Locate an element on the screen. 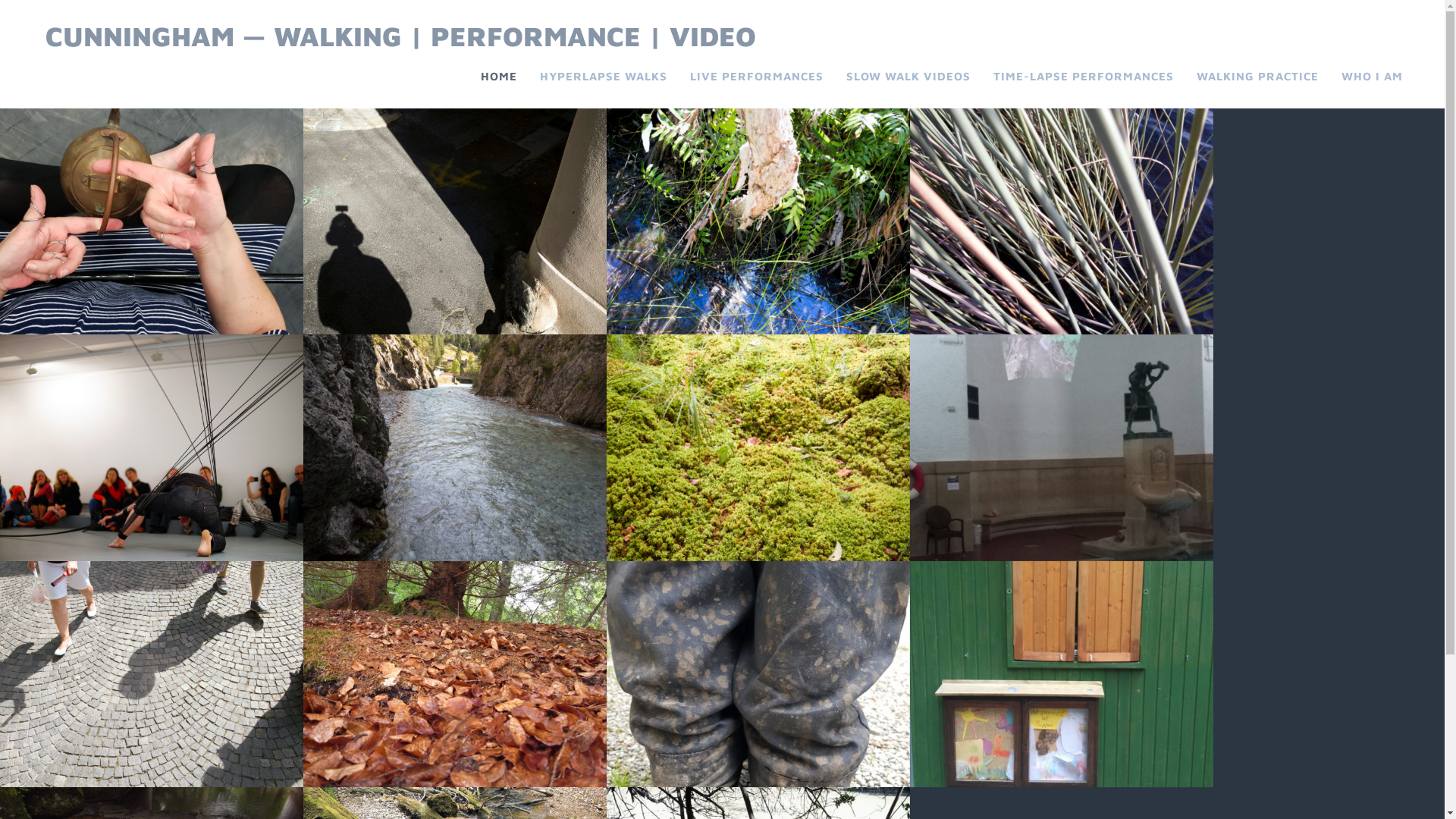 This screenshot has width=1456, height=819. 'SLOW WALK VIDEOS' is located at coordinates (908, 76).